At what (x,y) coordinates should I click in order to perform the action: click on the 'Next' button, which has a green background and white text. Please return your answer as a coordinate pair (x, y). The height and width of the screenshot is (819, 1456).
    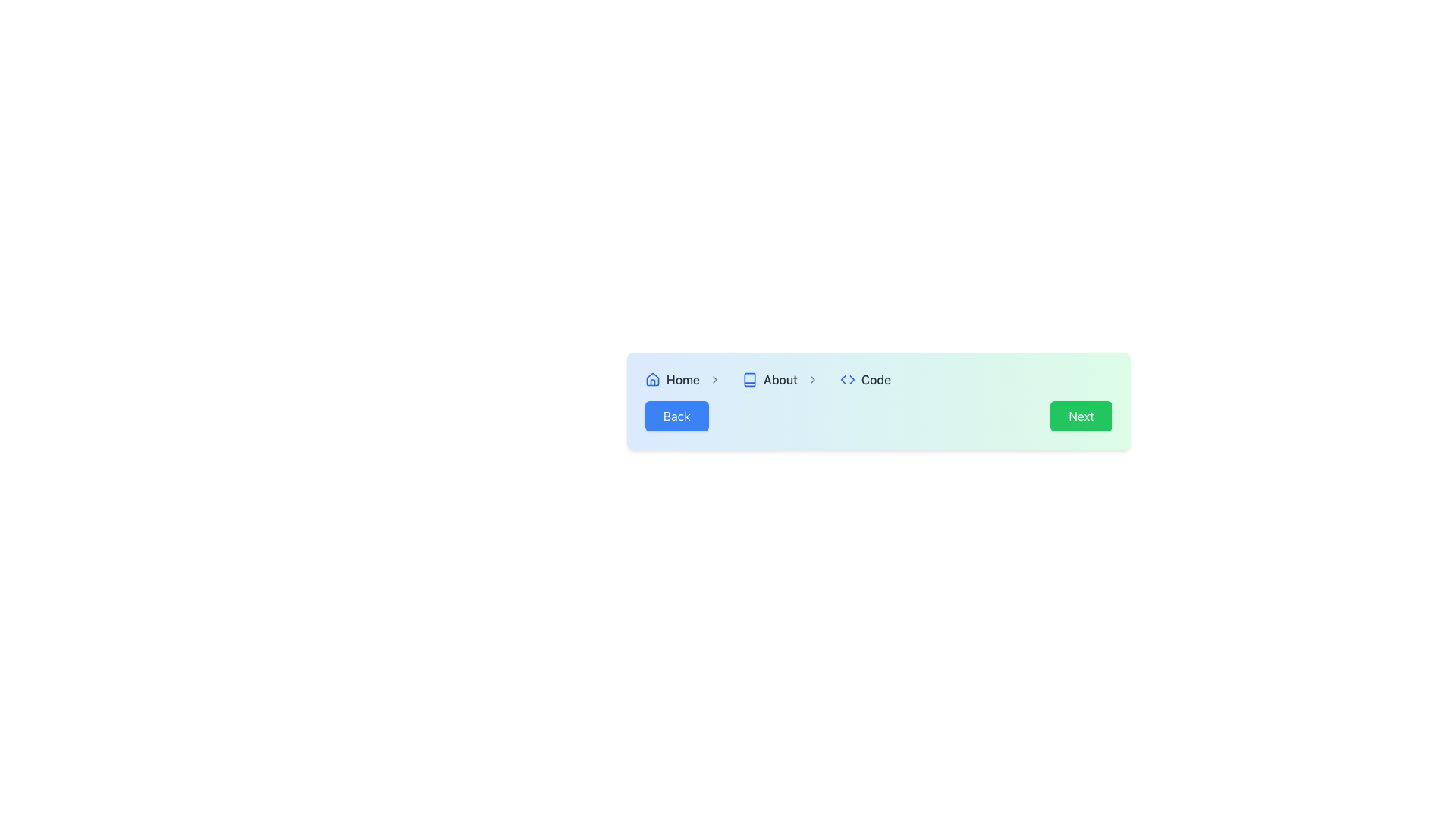
    Looking at the image, I should click on (1081, 416).